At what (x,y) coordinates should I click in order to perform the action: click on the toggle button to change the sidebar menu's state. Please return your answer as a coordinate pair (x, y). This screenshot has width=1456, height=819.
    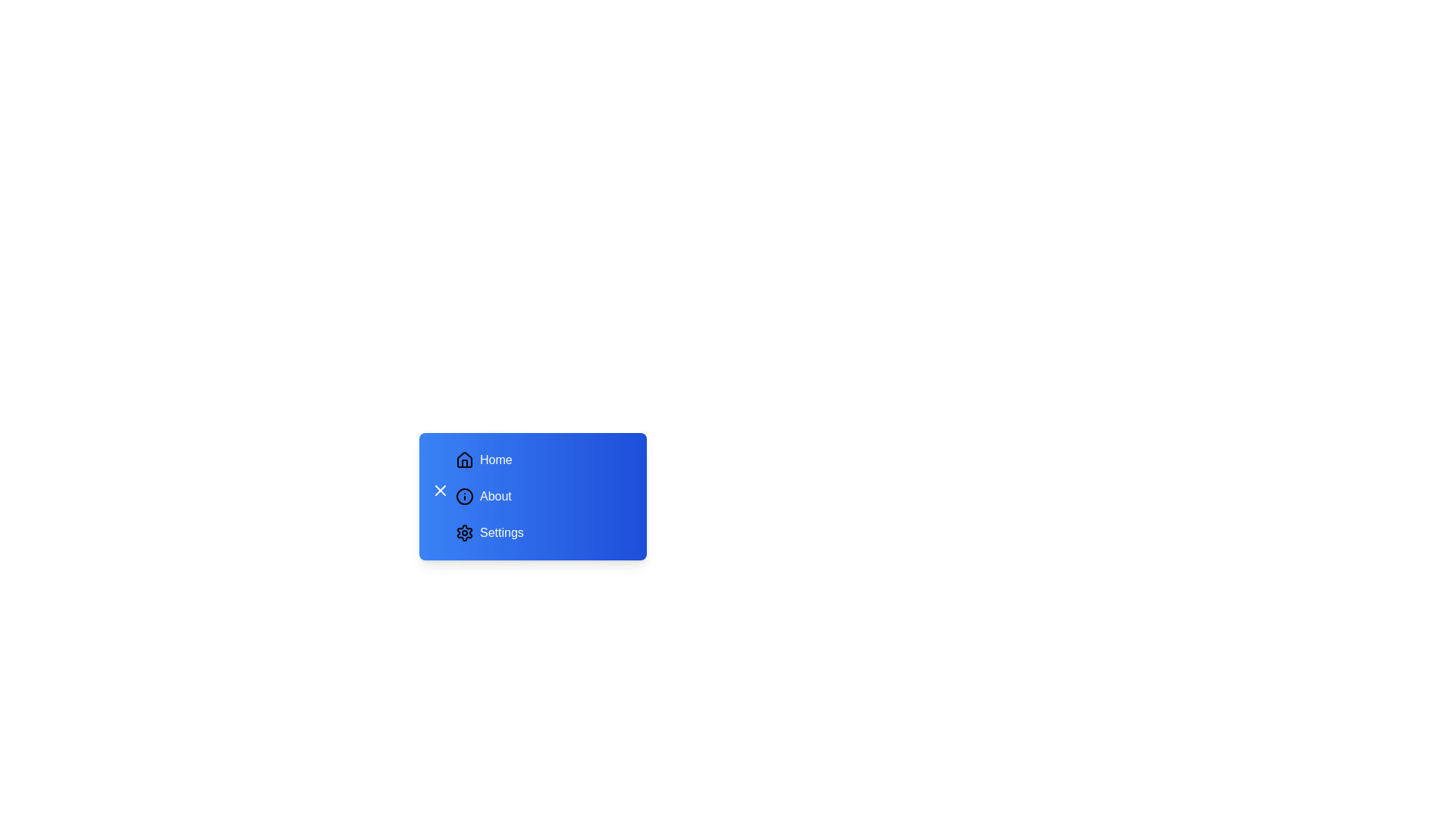
    Looking at the image, I should click on (439, 491).